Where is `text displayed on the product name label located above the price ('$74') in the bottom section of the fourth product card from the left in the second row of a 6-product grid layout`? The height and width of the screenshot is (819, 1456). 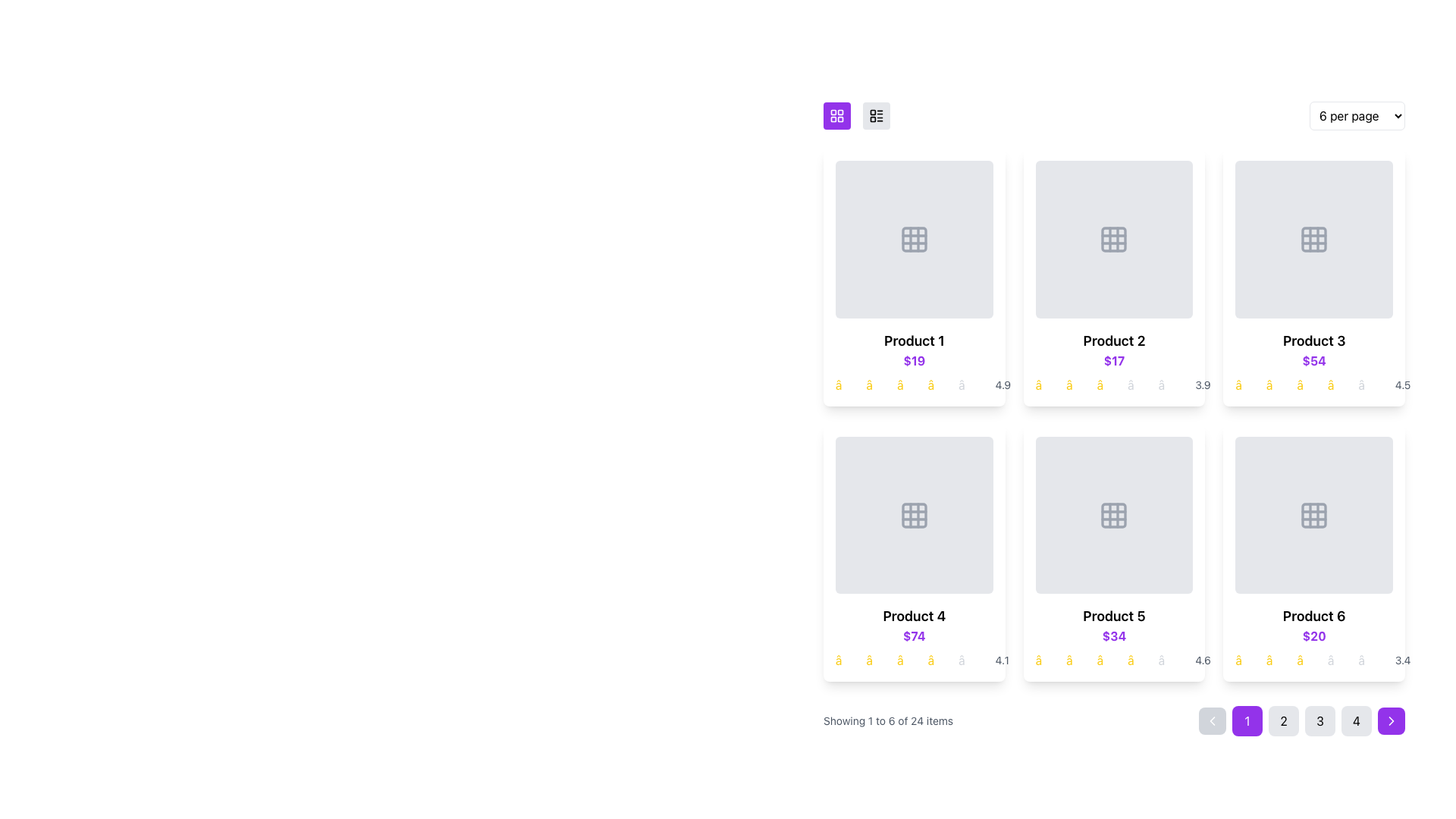
text displayed on the product name label located above the price ('$74') in the bottom section of the fourth product card from the left in the second row of a 6-product grid layout is located at coordinates (913, 617).